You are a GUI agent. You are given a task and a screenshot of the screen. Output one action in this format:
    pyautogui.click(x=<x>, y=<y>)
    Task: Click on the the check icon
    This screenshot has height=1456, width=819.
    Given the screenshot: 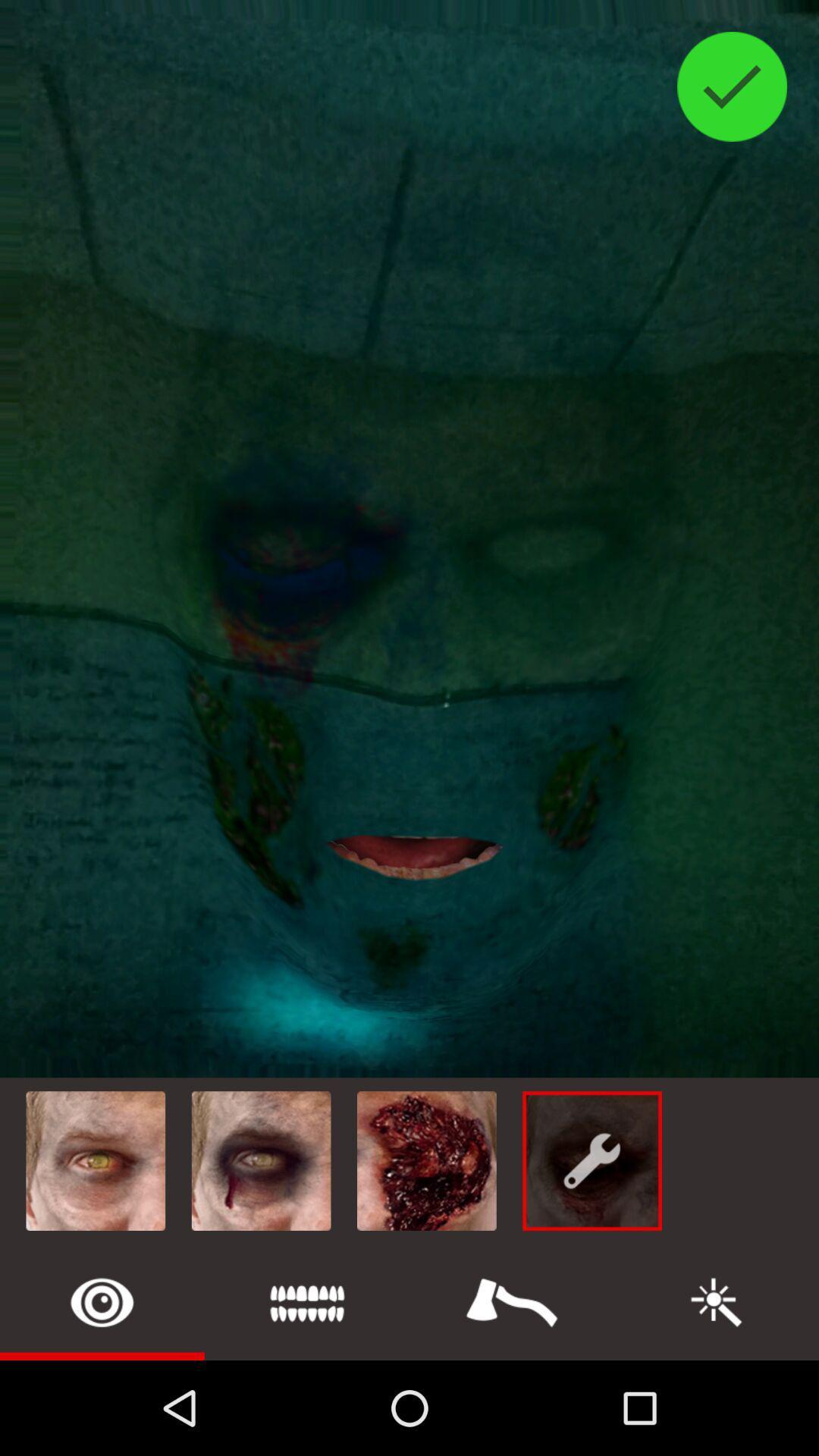 What is the action you would take?
    pyautogui.click(x=731, y=86)
    